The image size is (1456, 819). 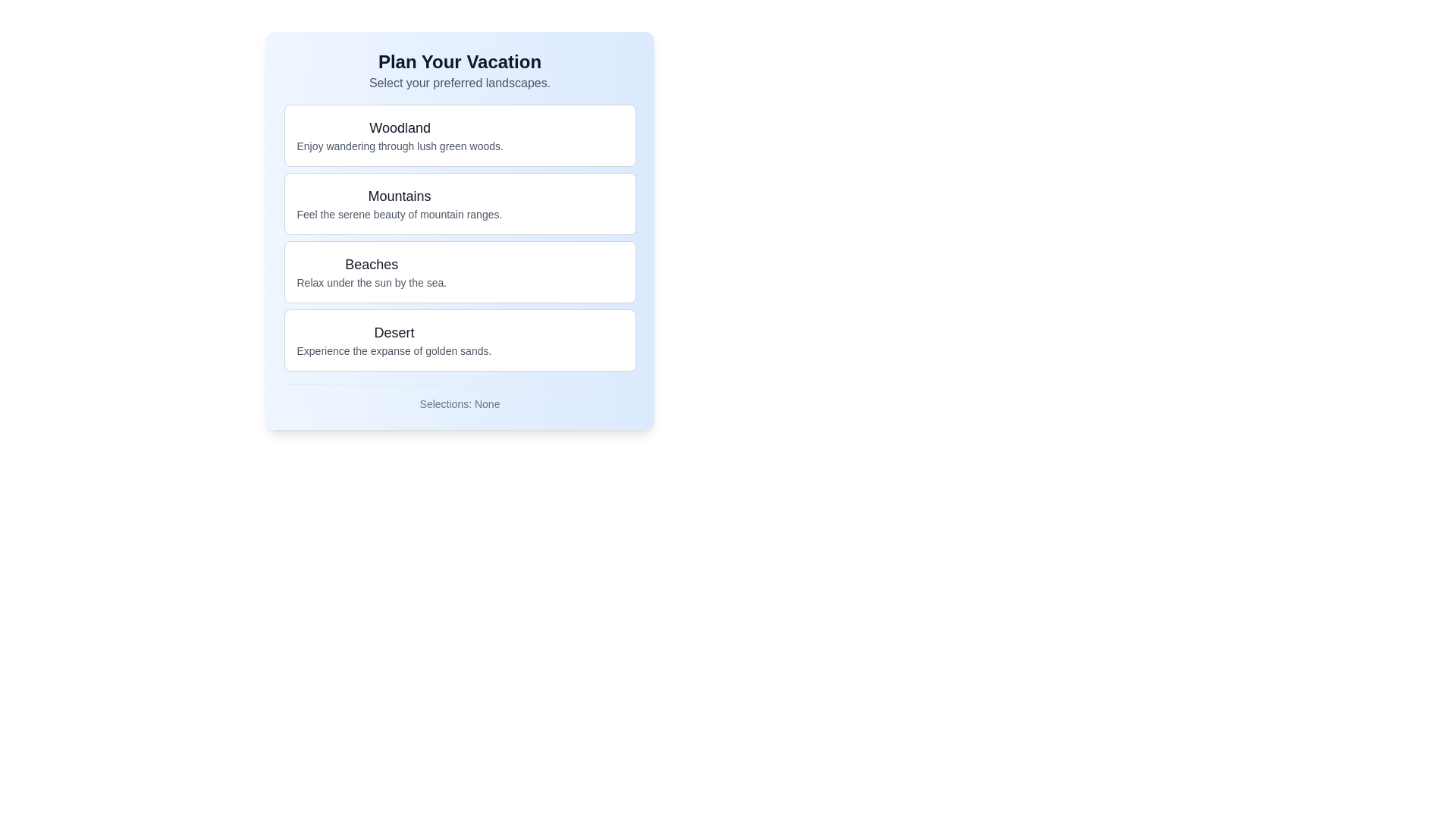 I want to click on text label displaying 'Woodland' which is prominently styled in dark gray and positioned above the descriptive text under the 'Plan Your Vacation' heading, so click(x=400, y=127).